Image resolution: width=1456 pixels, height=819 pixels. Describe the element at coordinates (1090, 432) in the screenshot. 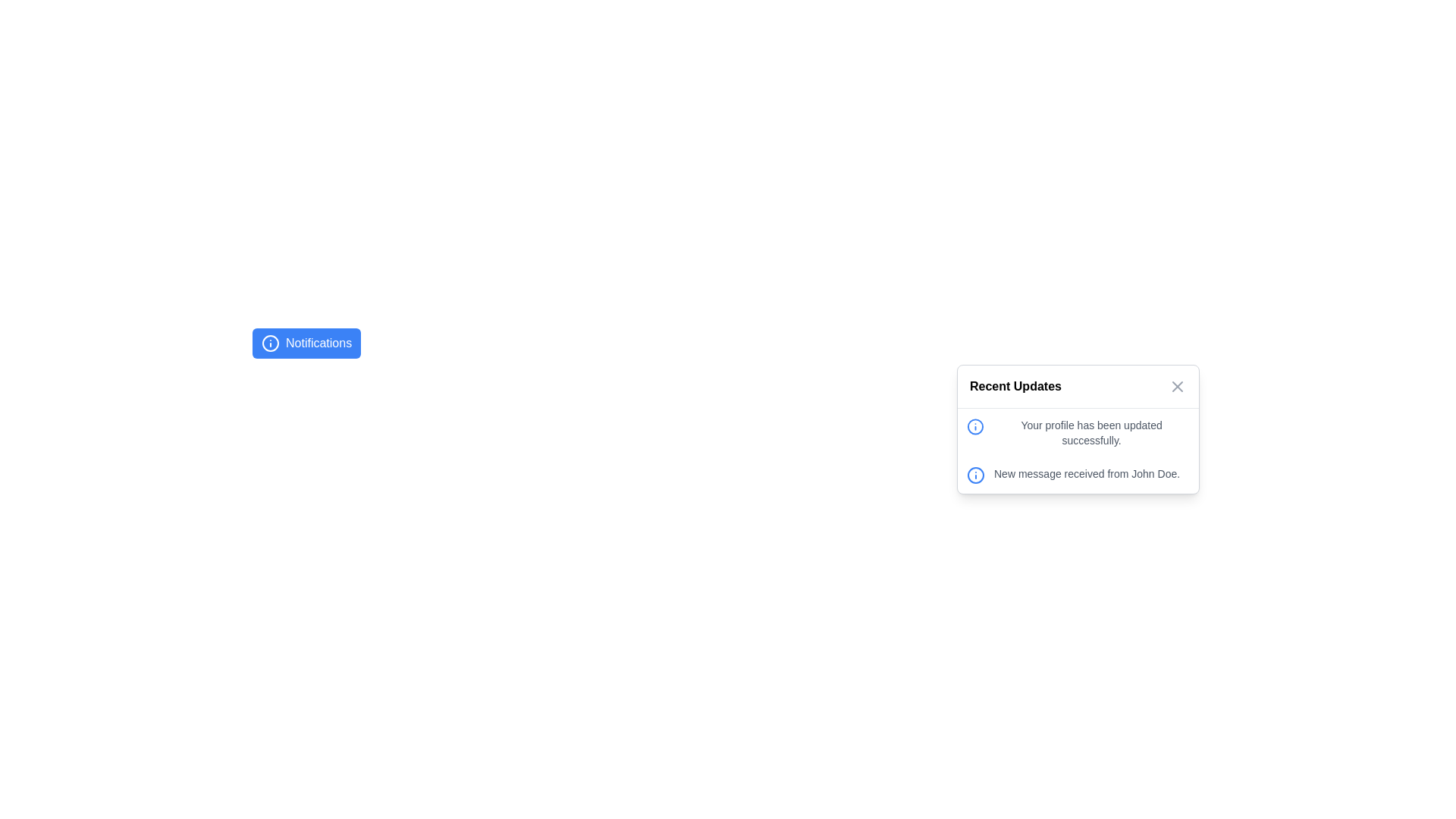

I see `notification message that states 'Your profile has been updated successfully.' This message is displayed in a small-sized gray font and is located under the 'Recent Updates' section, next to a blue information icon` at that location.